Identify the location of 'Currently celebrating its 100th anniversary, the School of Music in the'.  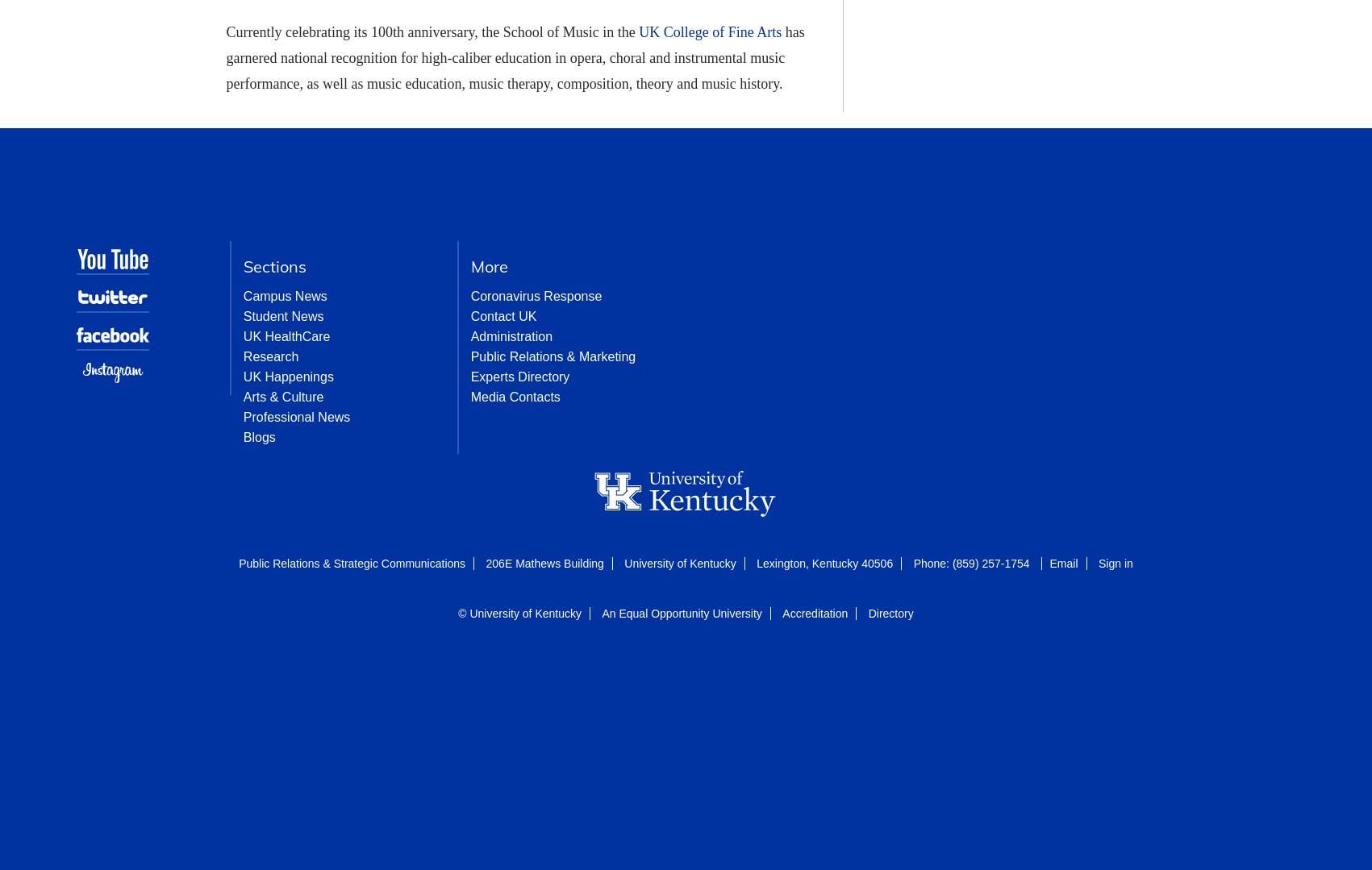
(432, 31).